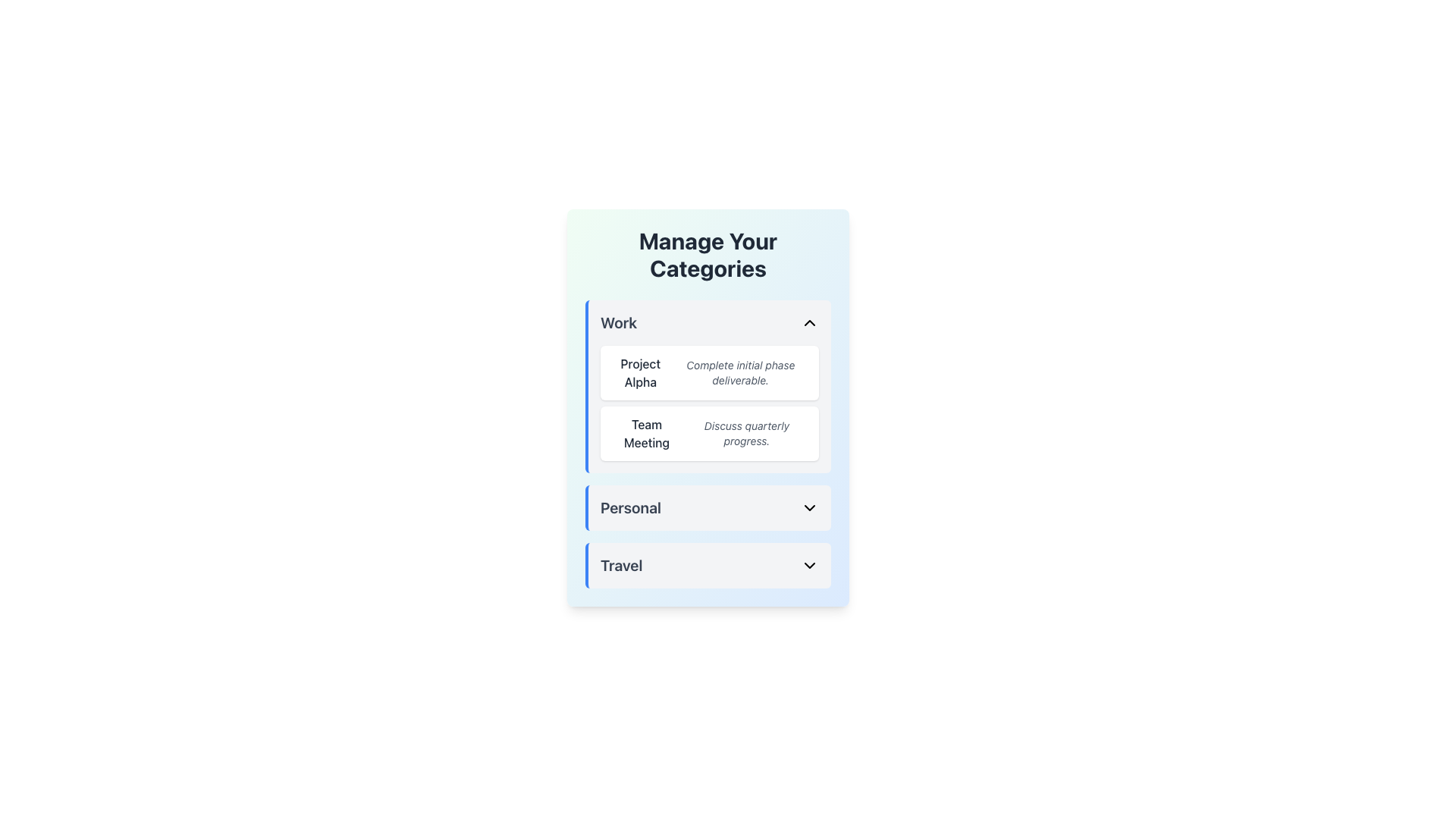 The height and width of the screenshot is (819, 1456). I want to click on the 'Personal' Dropdown menu toggle, which is a horizontal bar with a downward-facing arrow, positioned as the second section in the list of options, so click(709, 508).